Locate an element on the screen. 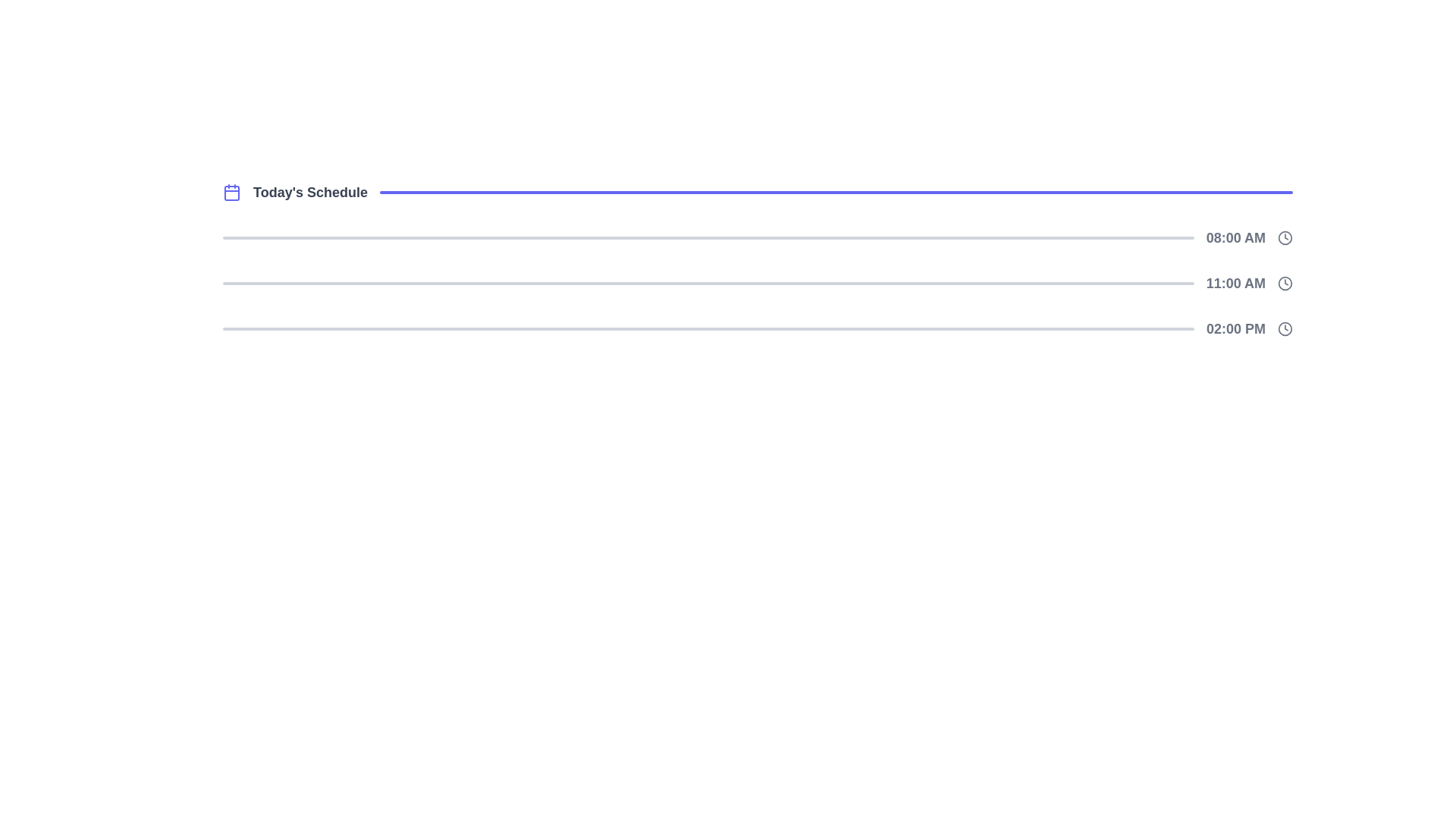  the time-related icon located at the far right of the row containing '02:00 PM' to interact with it is located at coordinates (1284, 328).